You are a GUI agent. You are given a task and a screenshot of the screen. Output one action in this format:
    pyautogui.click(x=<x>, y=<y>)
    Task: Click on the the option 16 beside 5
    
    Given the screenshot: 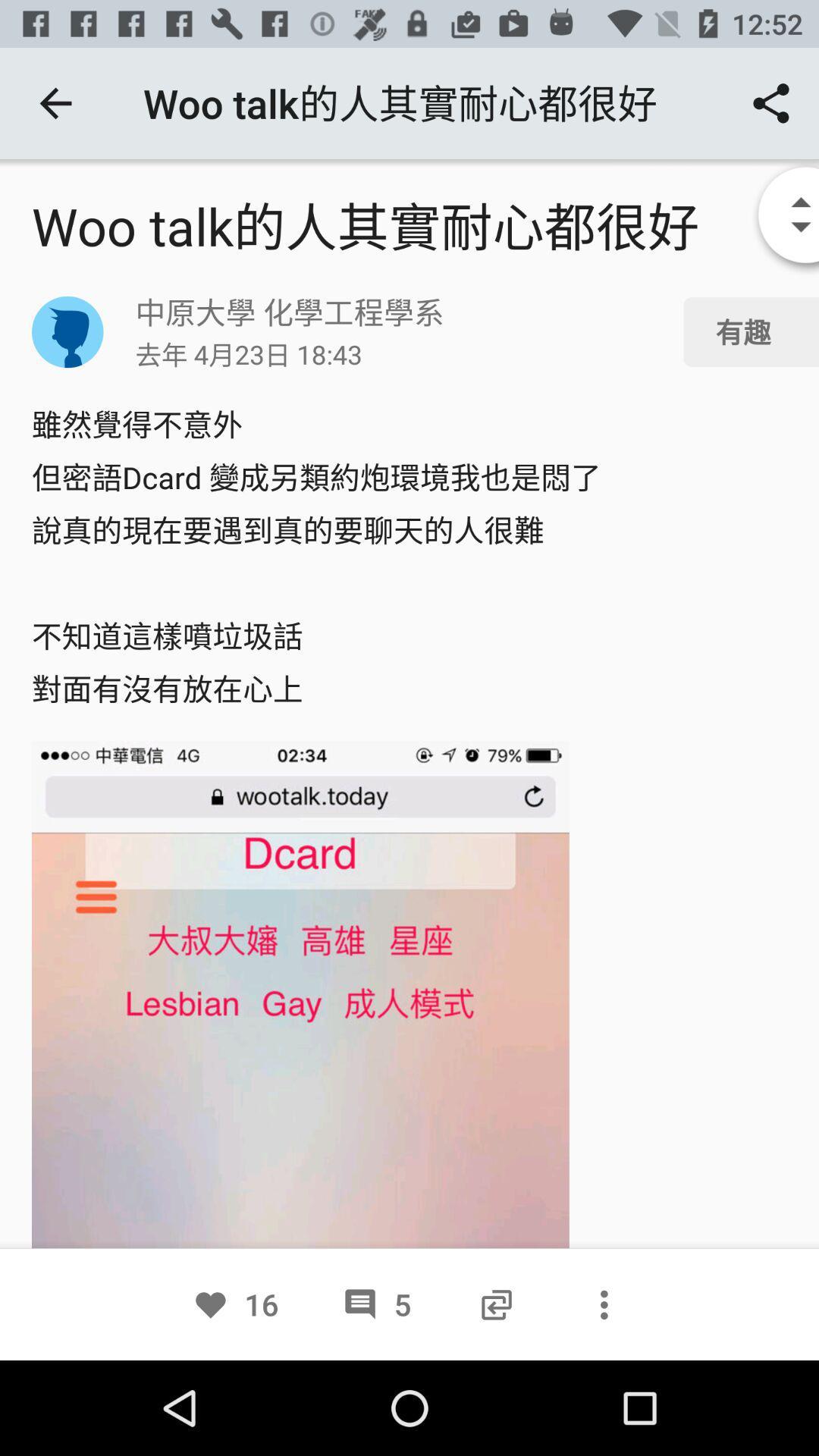 What is the action you would take?
    pyautogui.click(x=236, y=1304)
    